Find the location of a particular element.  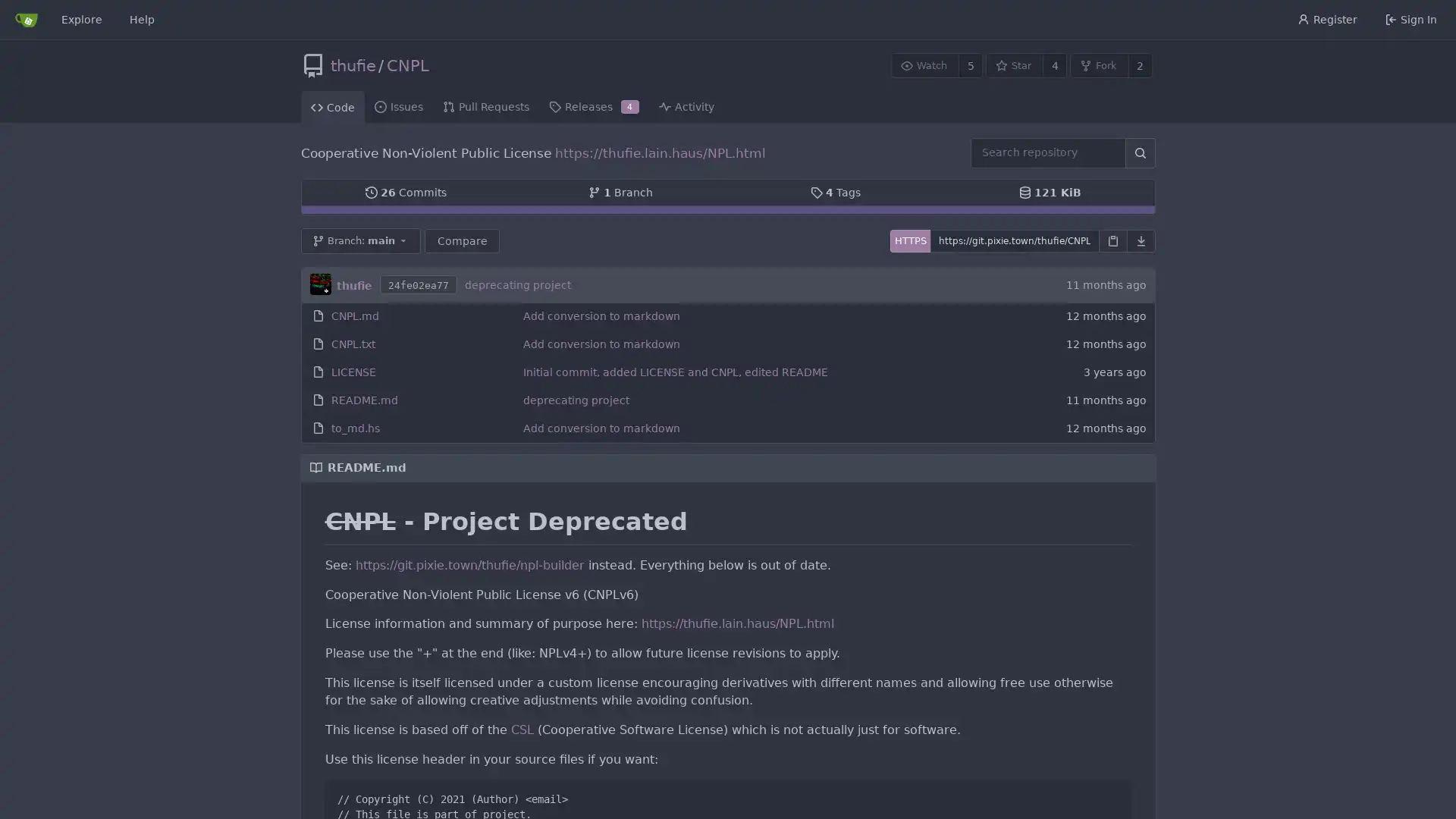

Star is located at coordinates (1014, 64).